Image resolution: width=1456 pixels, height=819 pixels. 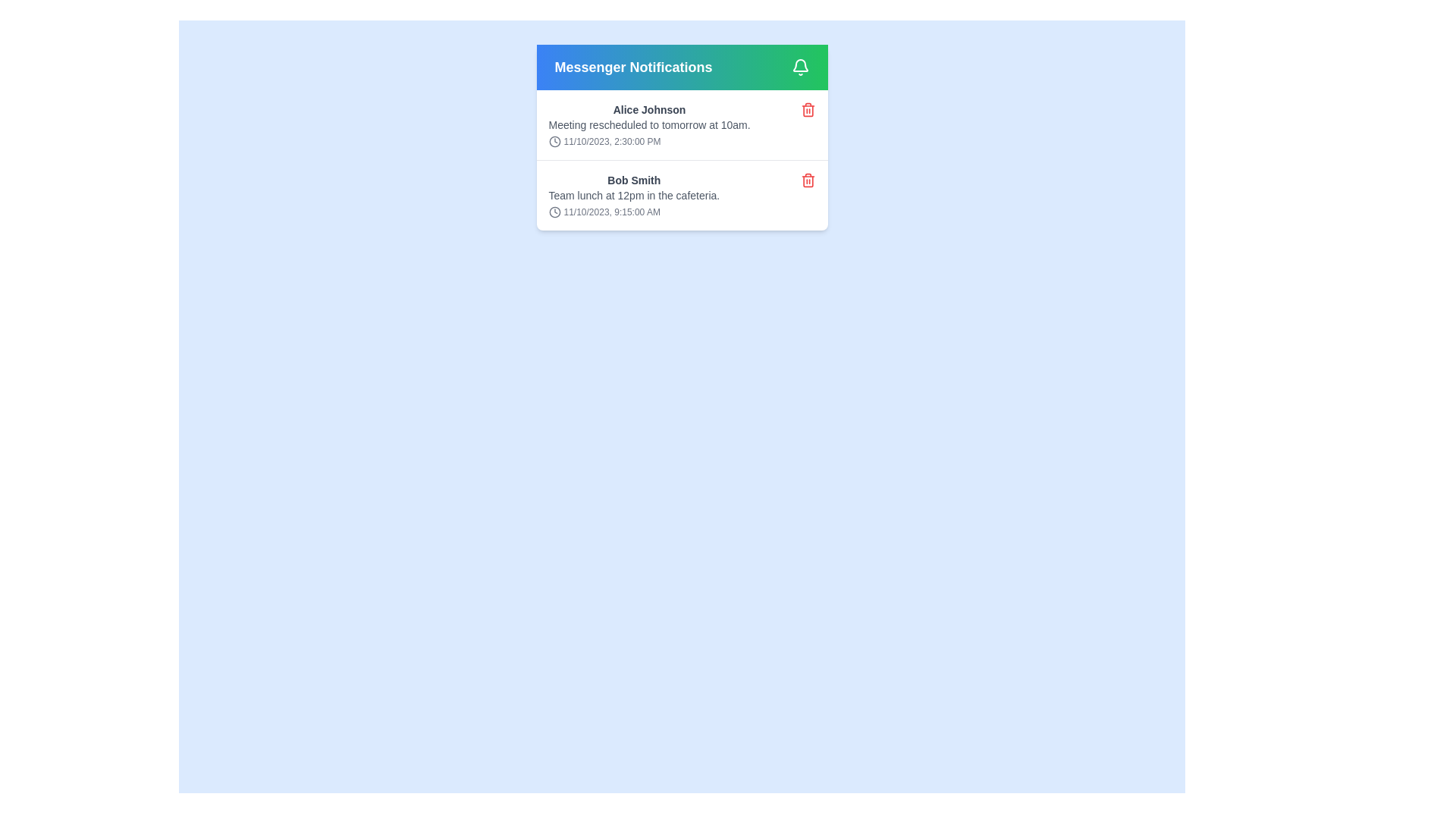 What do you see at coordinates (807, 180) in the screenshot?
I see `the delete button for the notification referencing 'Bob Smith'` at bounding box center [807, 180].